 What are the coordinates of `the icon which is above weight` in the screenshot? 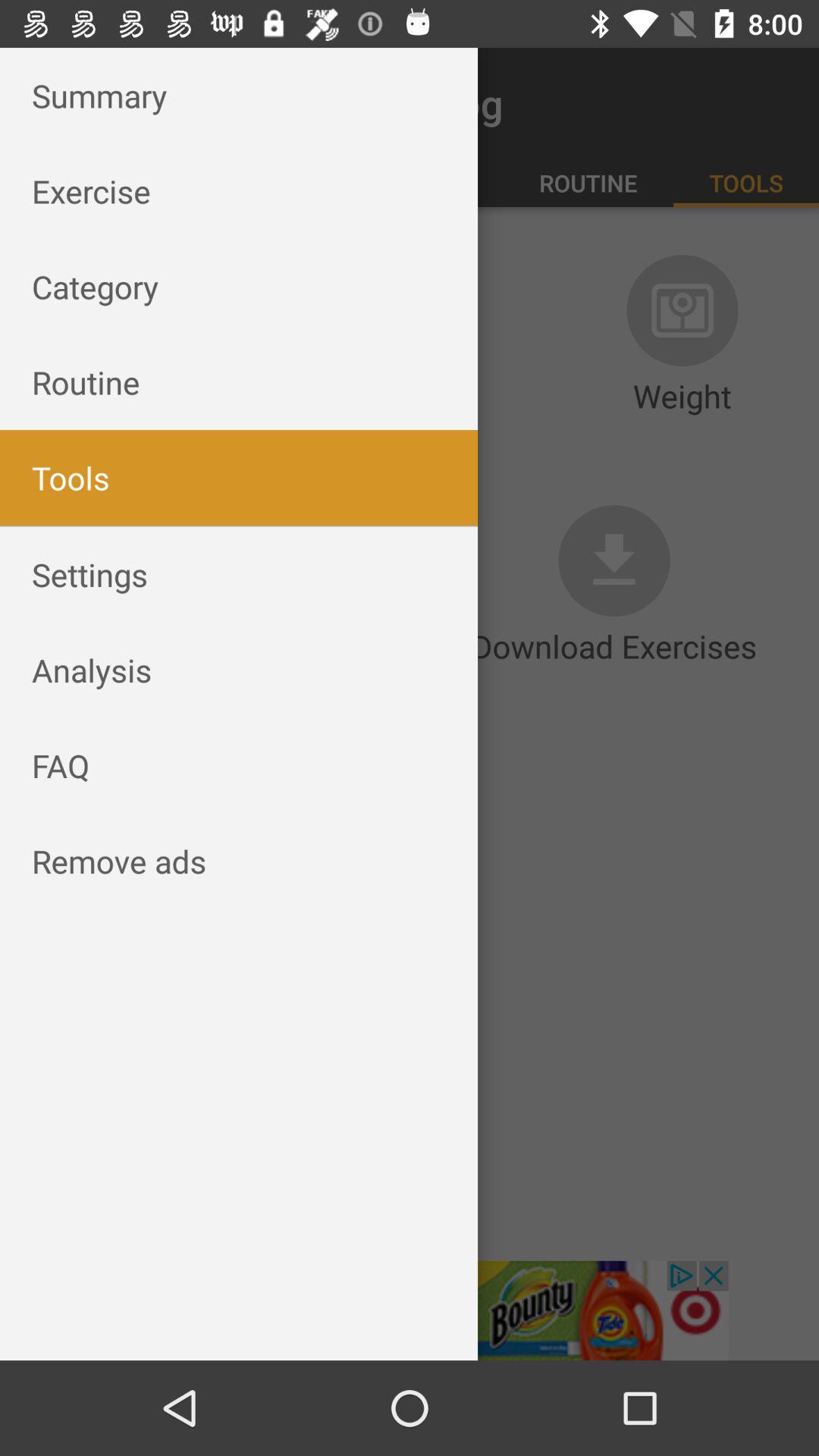 It's located at (681, 309).